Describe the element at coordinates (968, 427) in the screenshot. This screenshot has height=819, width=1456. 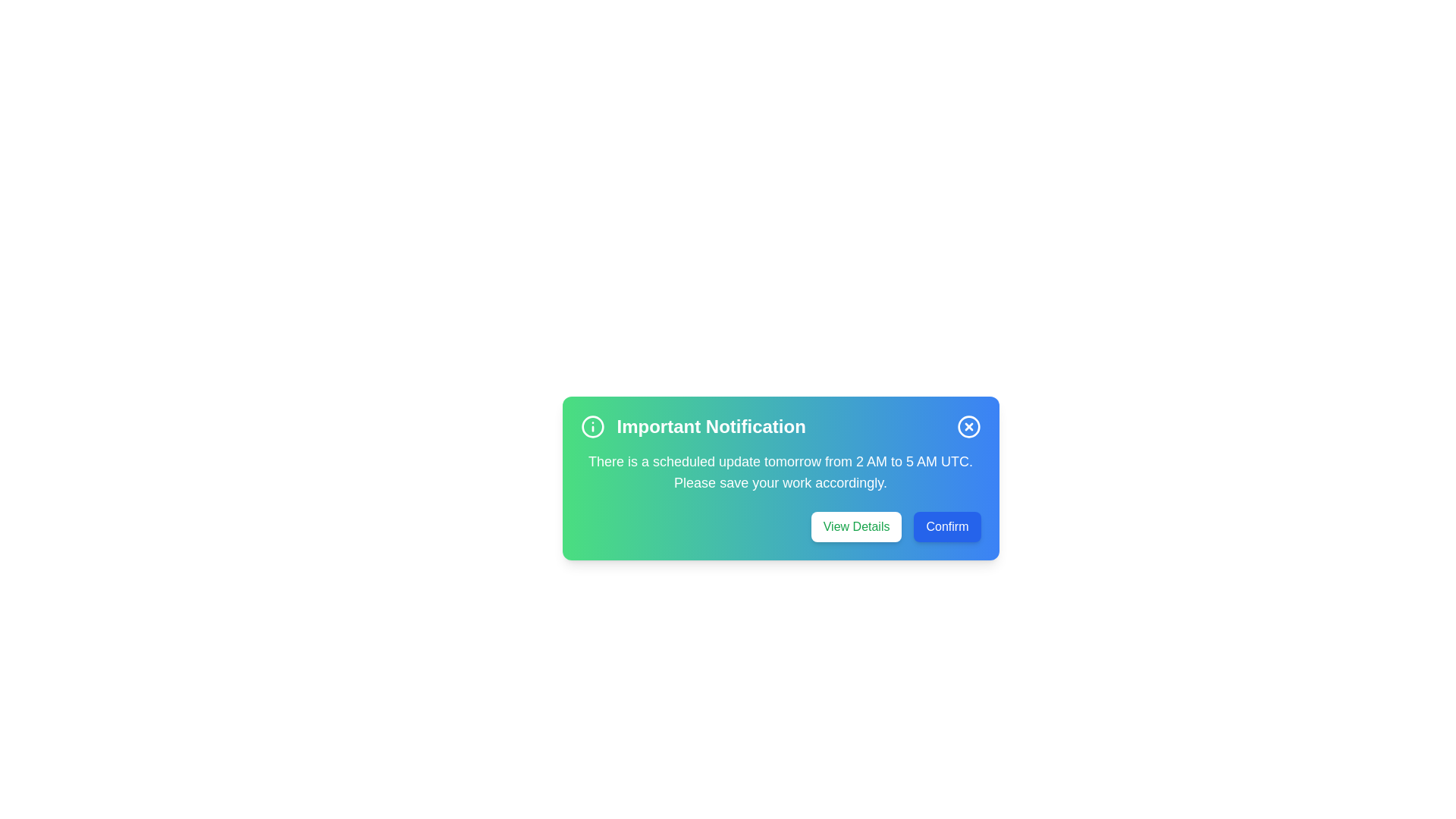
I see `the button labeled Close to observe its hover effect` at that location.